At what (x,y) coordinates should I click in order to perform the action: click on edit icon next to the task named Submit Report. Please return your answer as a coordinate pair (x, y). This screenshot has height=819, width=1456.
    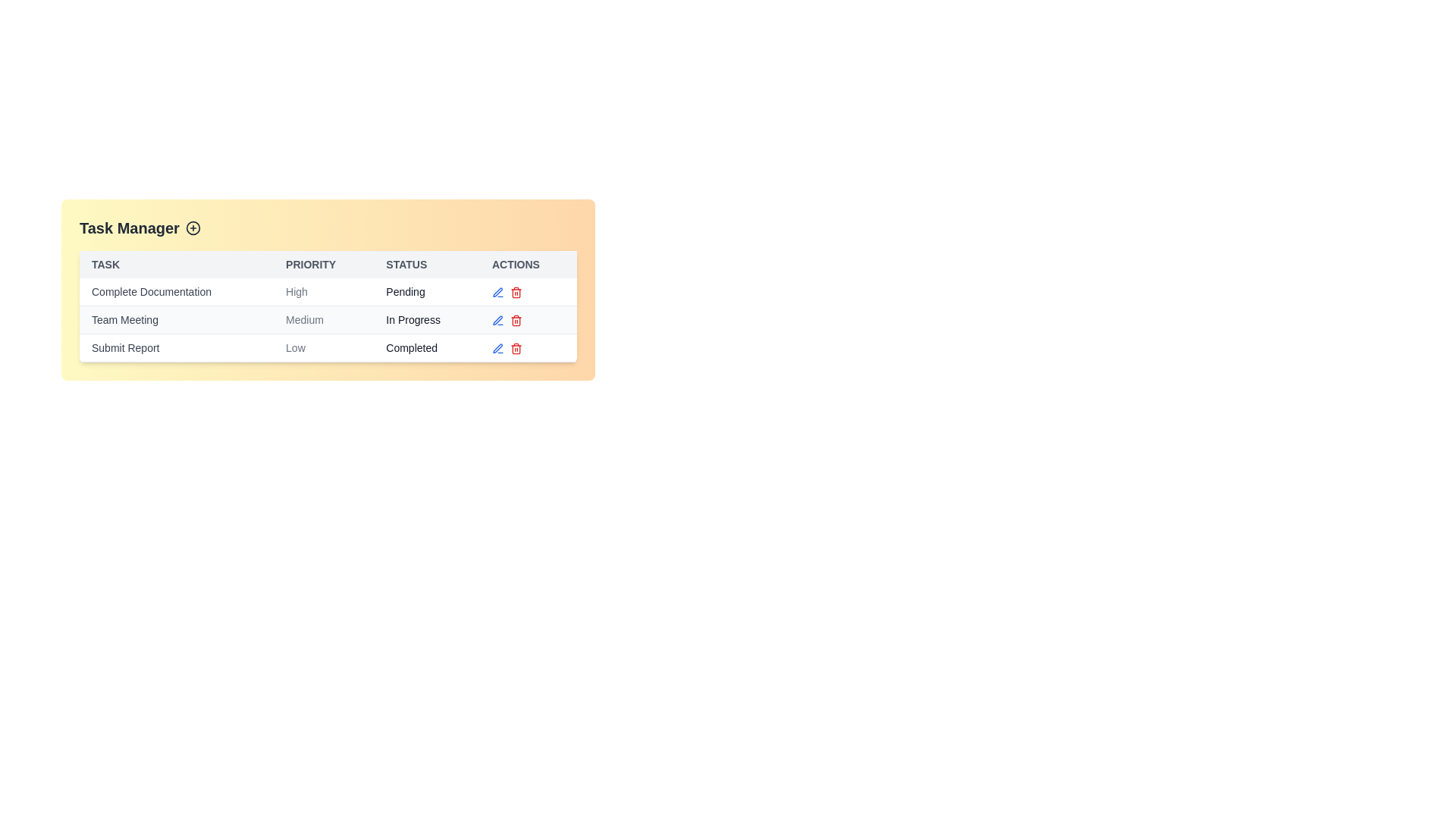
    Looking at the image, I should click on (498, 348).